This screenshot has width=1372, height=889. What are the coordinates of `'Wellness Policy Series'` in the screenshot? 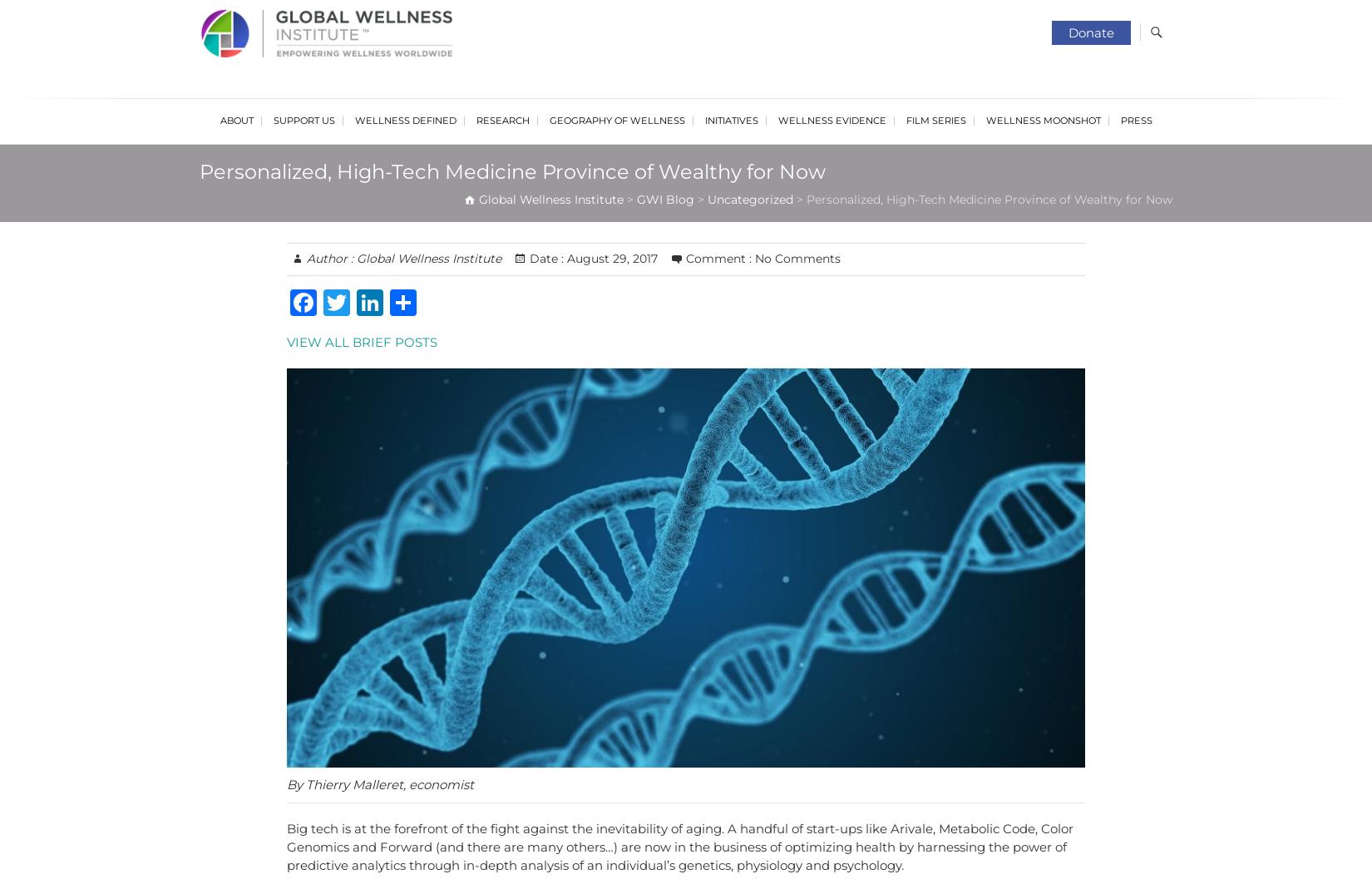 It's located at (526, 285).